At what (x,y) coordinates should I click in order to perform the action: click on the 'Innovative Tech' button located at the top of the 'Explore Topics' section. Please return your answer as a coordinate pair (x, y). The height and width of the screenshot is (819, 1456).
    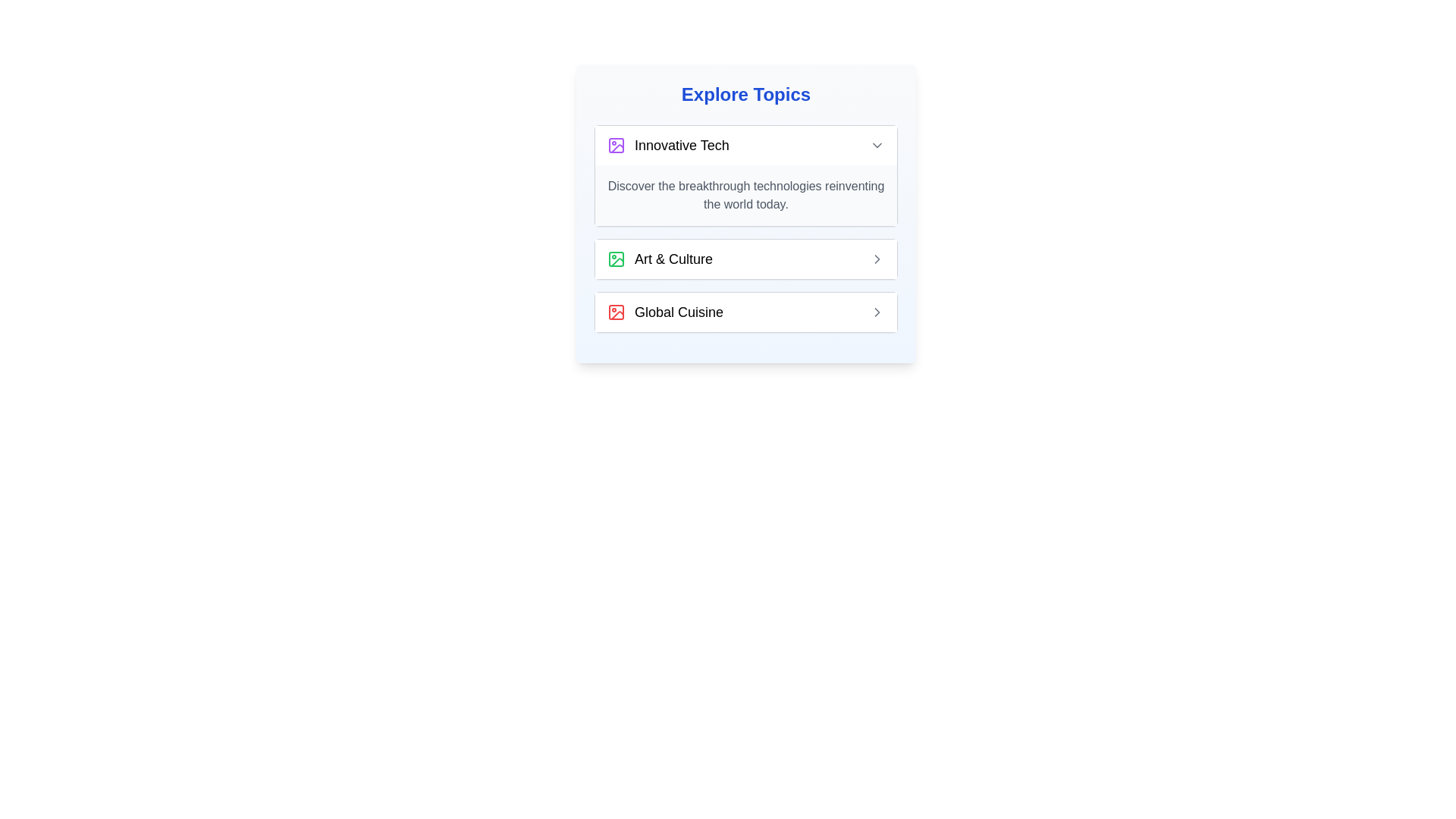
    Looking at the image, I should click on (745, 146).